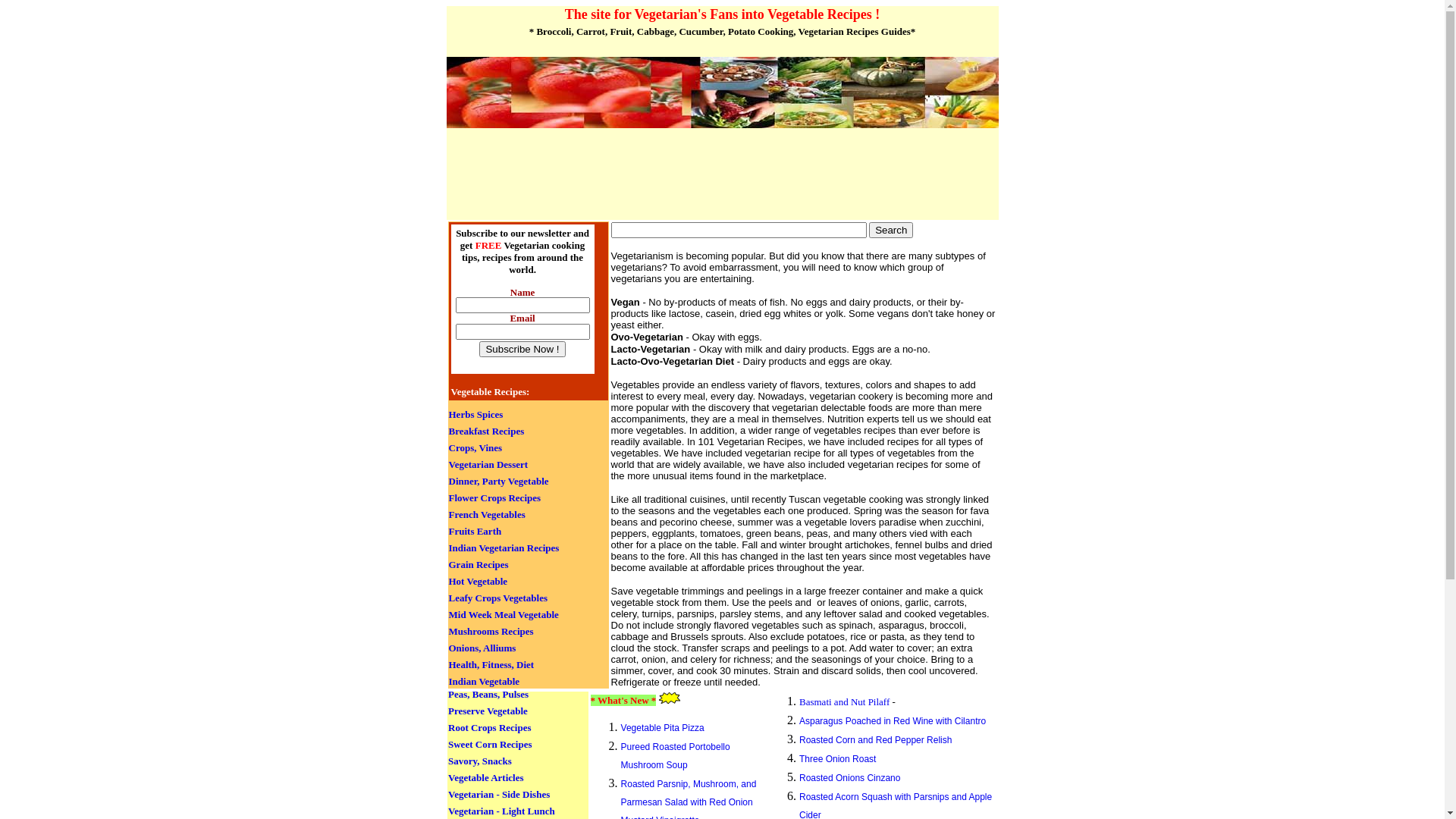 The height and width of the screenshot is (819, 1456). Describe the element at coordinates (504, 548) in the screenshot. I see `'Indian Vegetarian Recipes'` at that location.